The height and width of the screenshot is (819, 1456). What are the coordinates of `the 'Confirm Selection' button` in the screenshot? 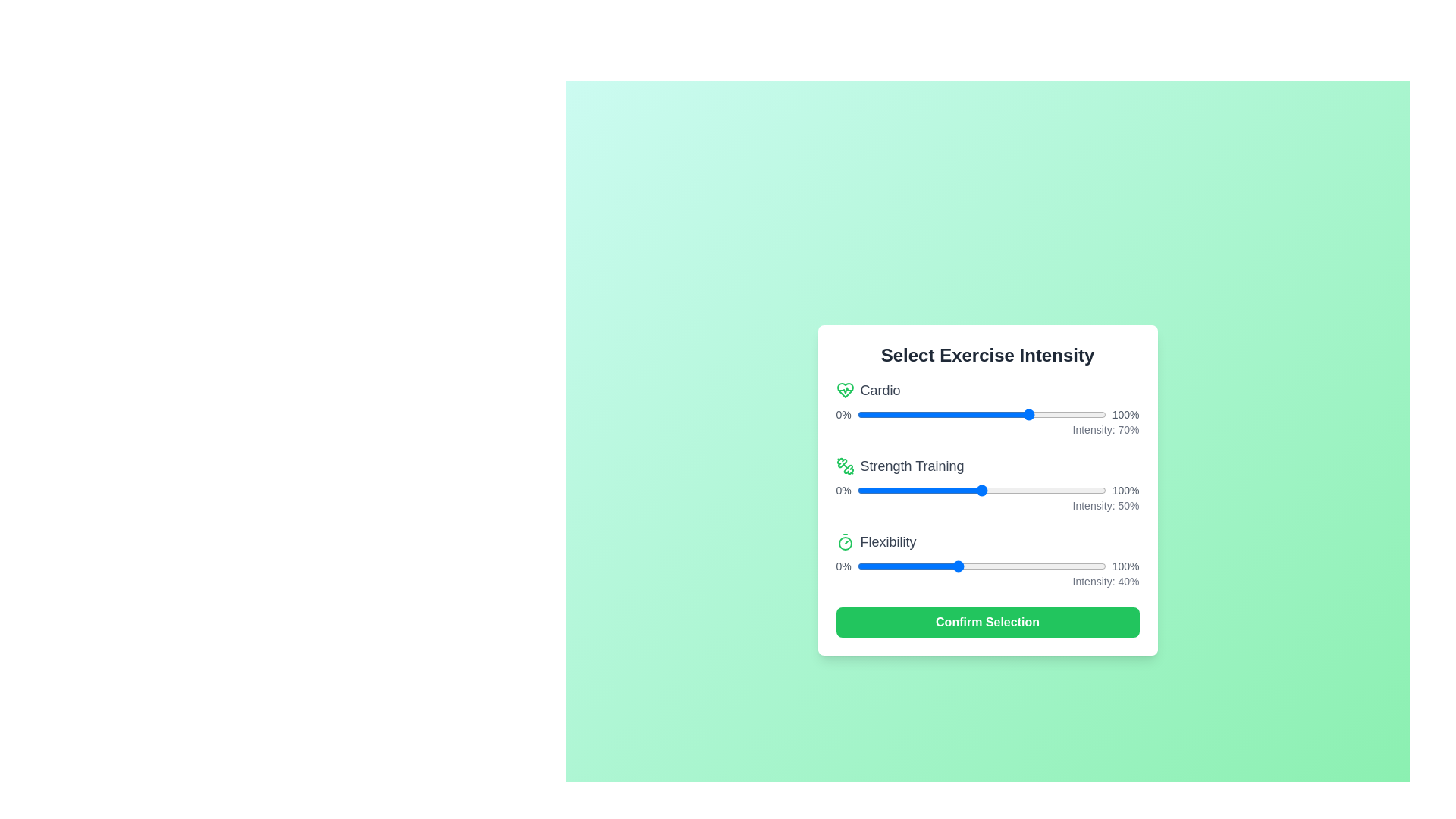 It's located at (987, 623).